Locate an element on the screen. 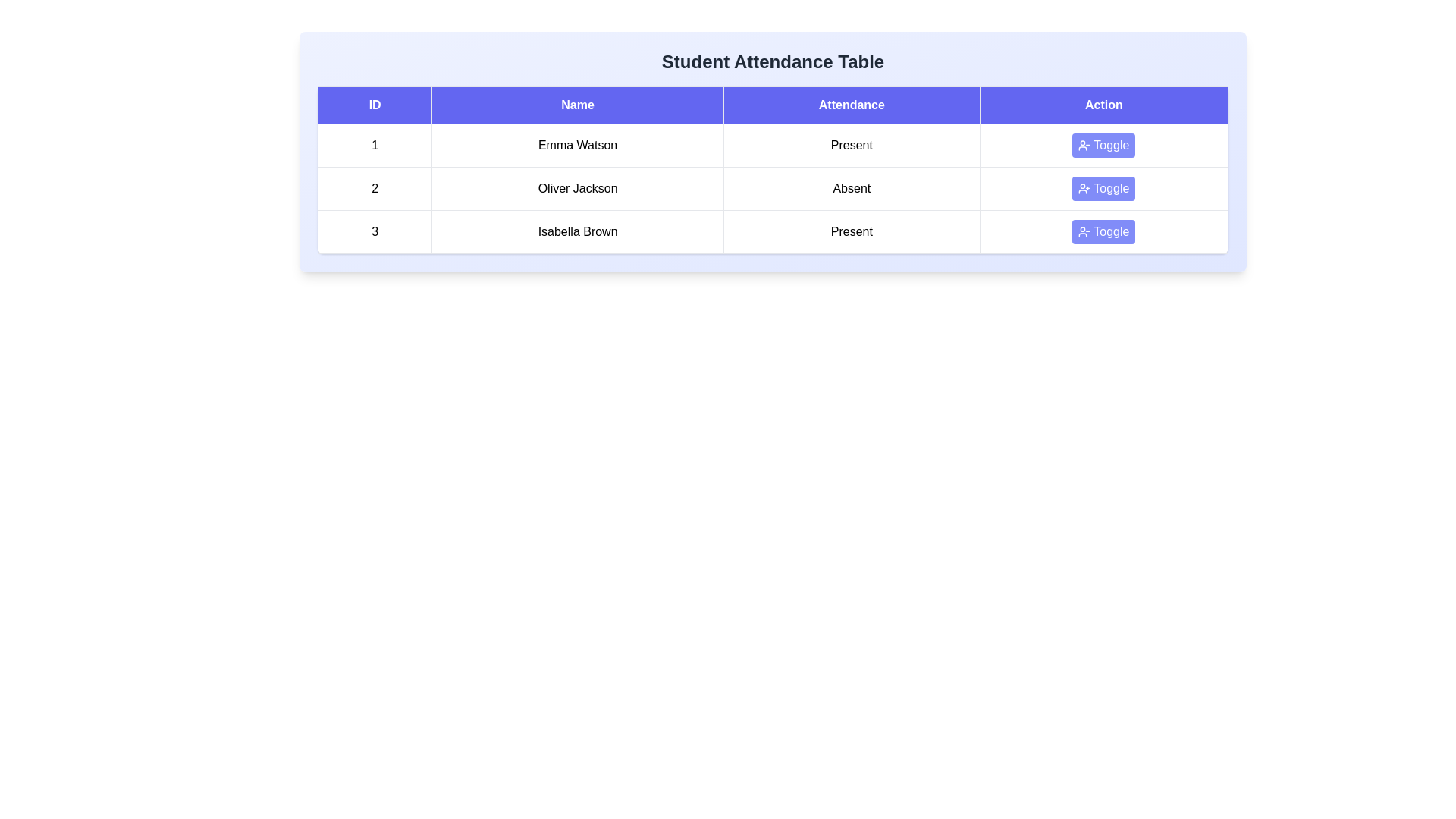  text displayed in the second cell of the first row of the student table under the 'Name' column, which identifies the student in the attendance record is located at coordinates (577, 146).